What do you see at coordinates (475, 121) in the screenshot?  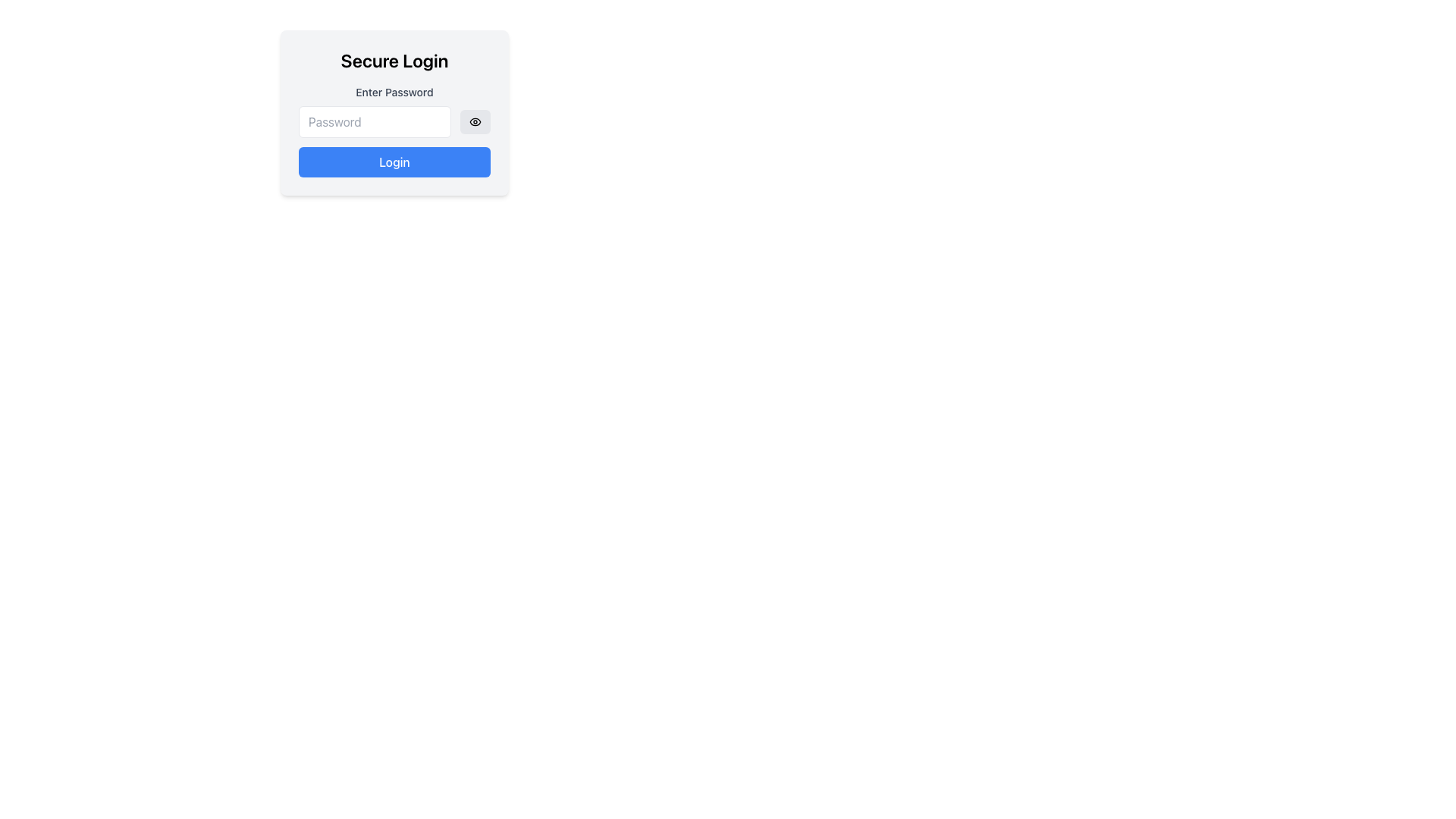 I see `the rounded rectangular button with a gray background and an eye icon` at bounding box center [475, 121].